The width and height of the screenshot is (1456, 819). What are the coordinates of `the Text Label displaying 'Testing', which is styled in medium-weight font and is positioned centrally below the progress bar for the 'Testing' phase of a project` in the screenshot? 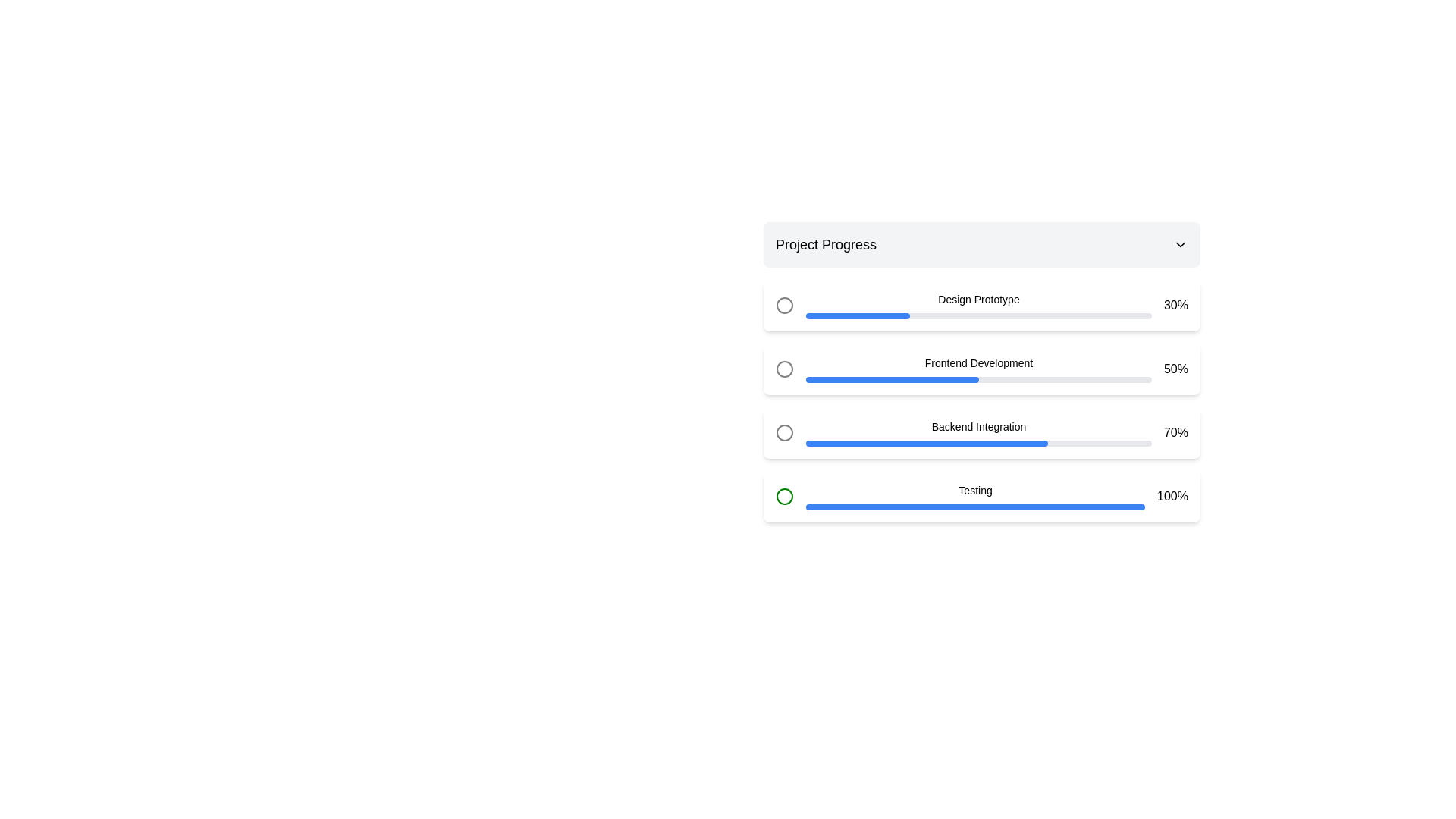 It's located at (975, 491).